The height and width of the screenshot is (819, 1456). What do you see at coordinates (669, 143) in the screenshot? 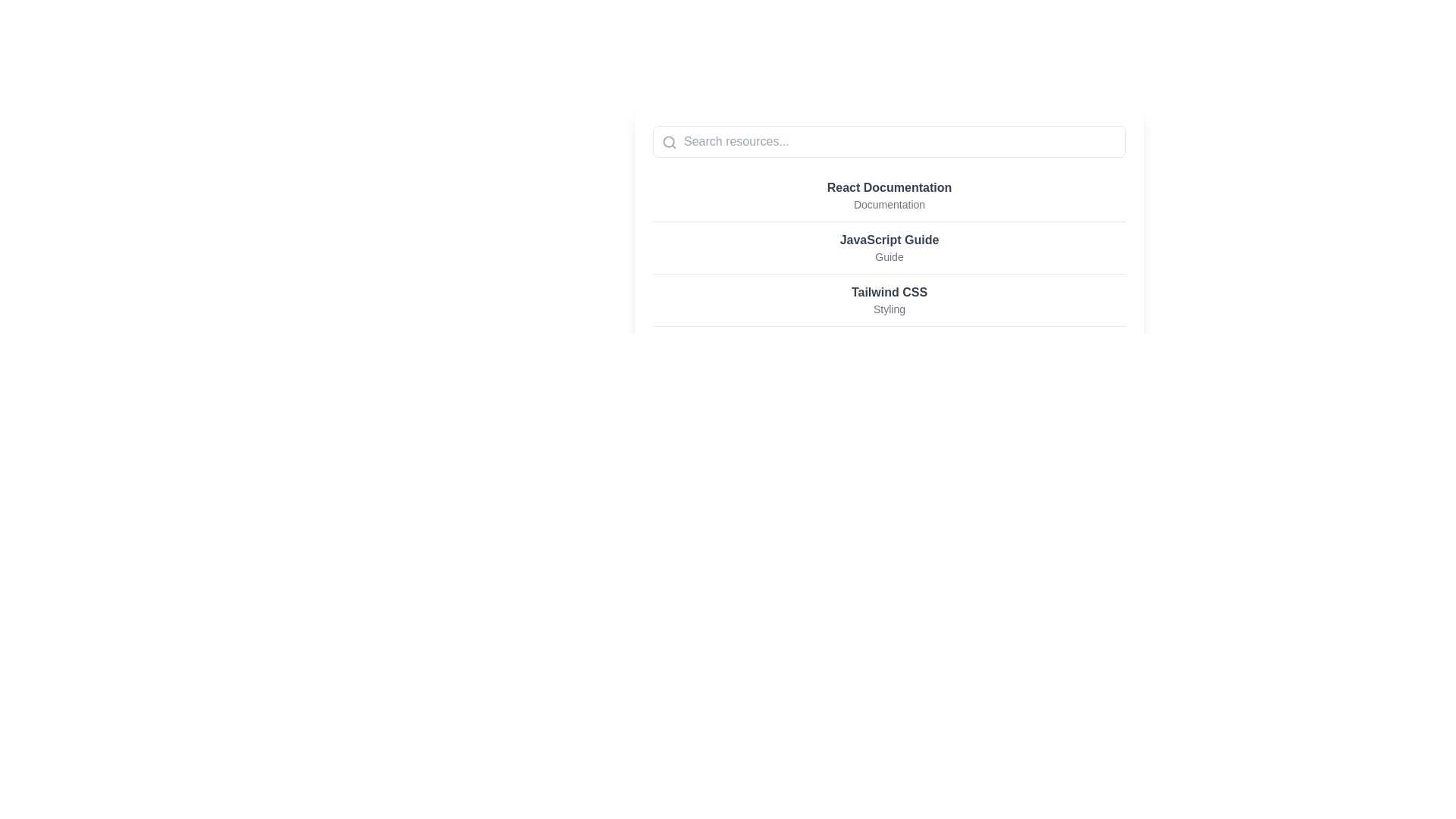
I see `the magnifying glass icon, which is a gray outlined circular search icon located at the top-left corner of the search input field area, adjacent to the placeholder text 'Search resources...'` at bounding box center [669, 143].